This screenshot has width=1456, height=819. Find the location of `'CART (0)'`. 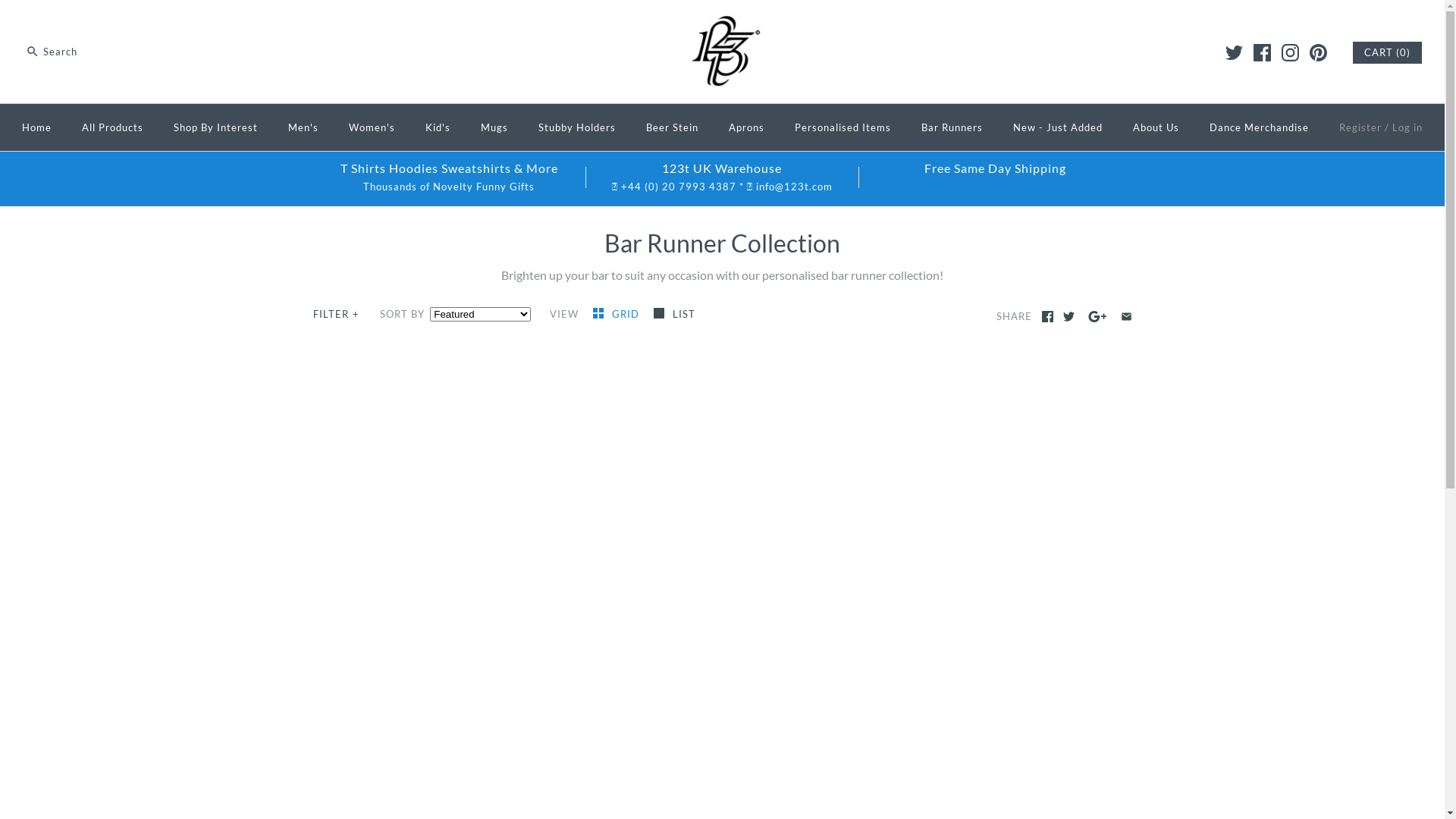

'CART (0)' is located at coordinates (1387, 52).